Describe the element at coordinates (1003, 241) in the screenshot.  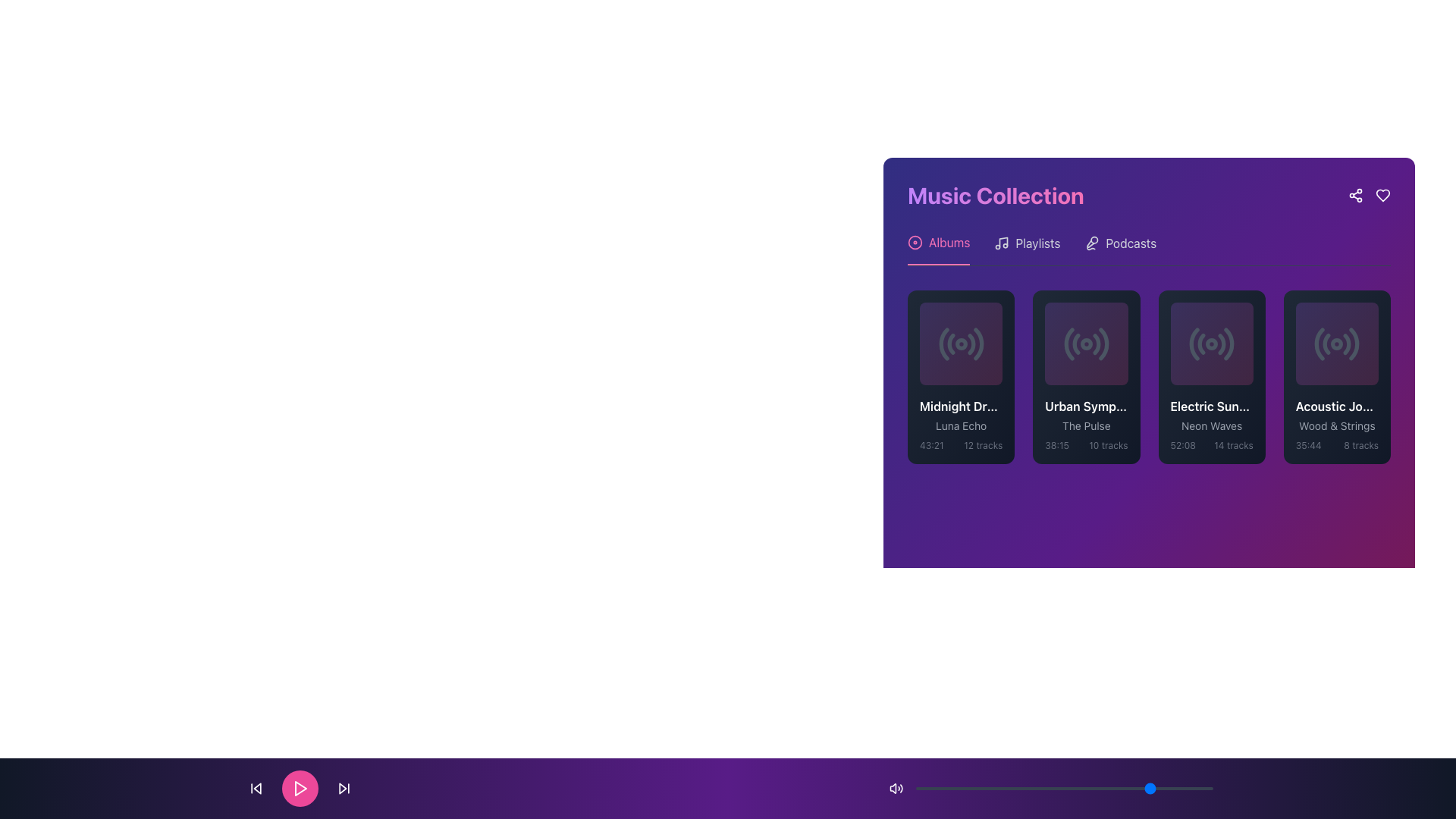
I see `the diagonal line segment within the musical note icon located in the top-right section of the 'Music Collection' panel` at that location.